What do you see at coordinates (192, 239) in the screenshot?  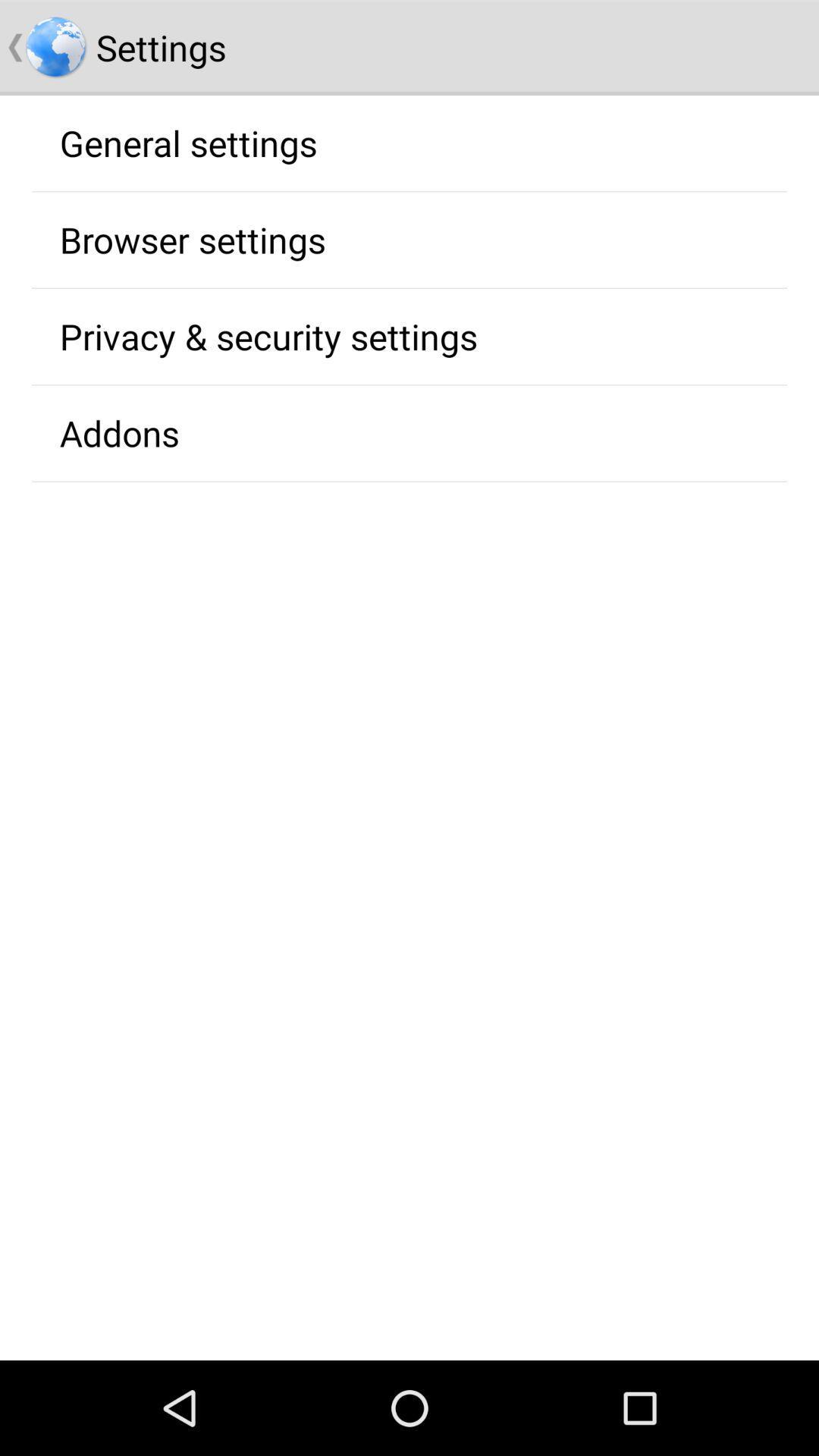 I see `the icon below general settings icon` at bounding box center [192, 239].